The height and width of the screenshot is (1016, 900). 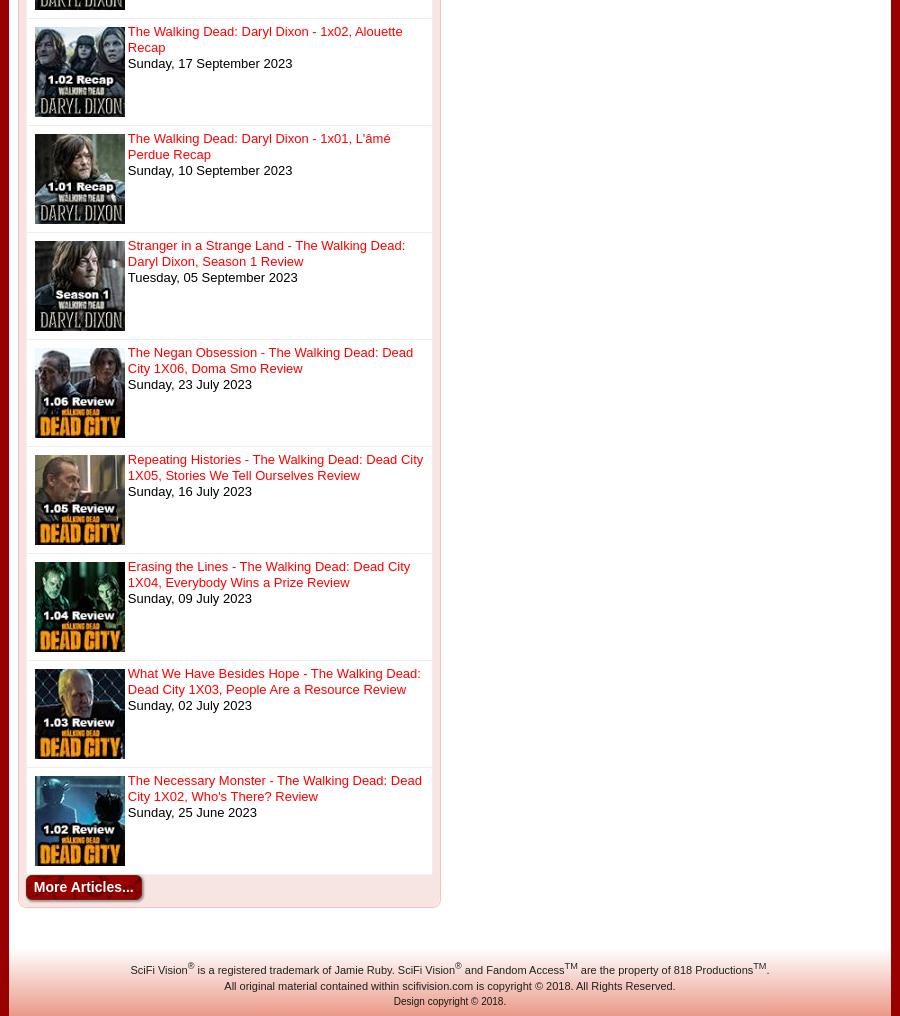 What do you see at coordinates (126, 360) in the screenshot?
I see `'The Negan Obsession - The Walking Dead: Dead City 1X06, Doma Smo Review'` at bounding box center [126, 360].